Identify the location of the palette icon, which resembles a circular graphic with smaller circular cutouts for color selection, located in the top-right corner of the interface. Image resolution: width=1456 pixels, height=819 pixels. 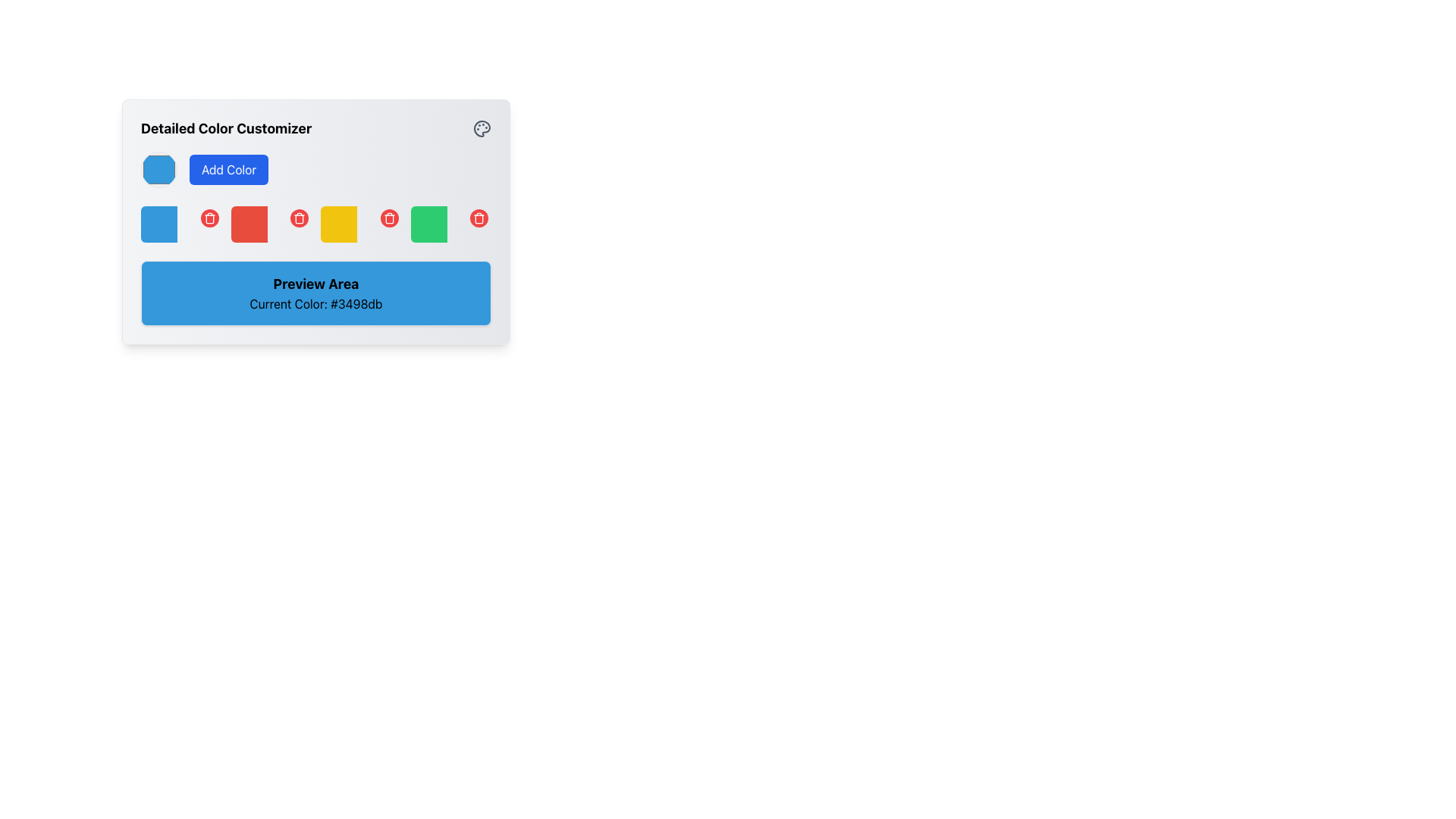
(481, 127).